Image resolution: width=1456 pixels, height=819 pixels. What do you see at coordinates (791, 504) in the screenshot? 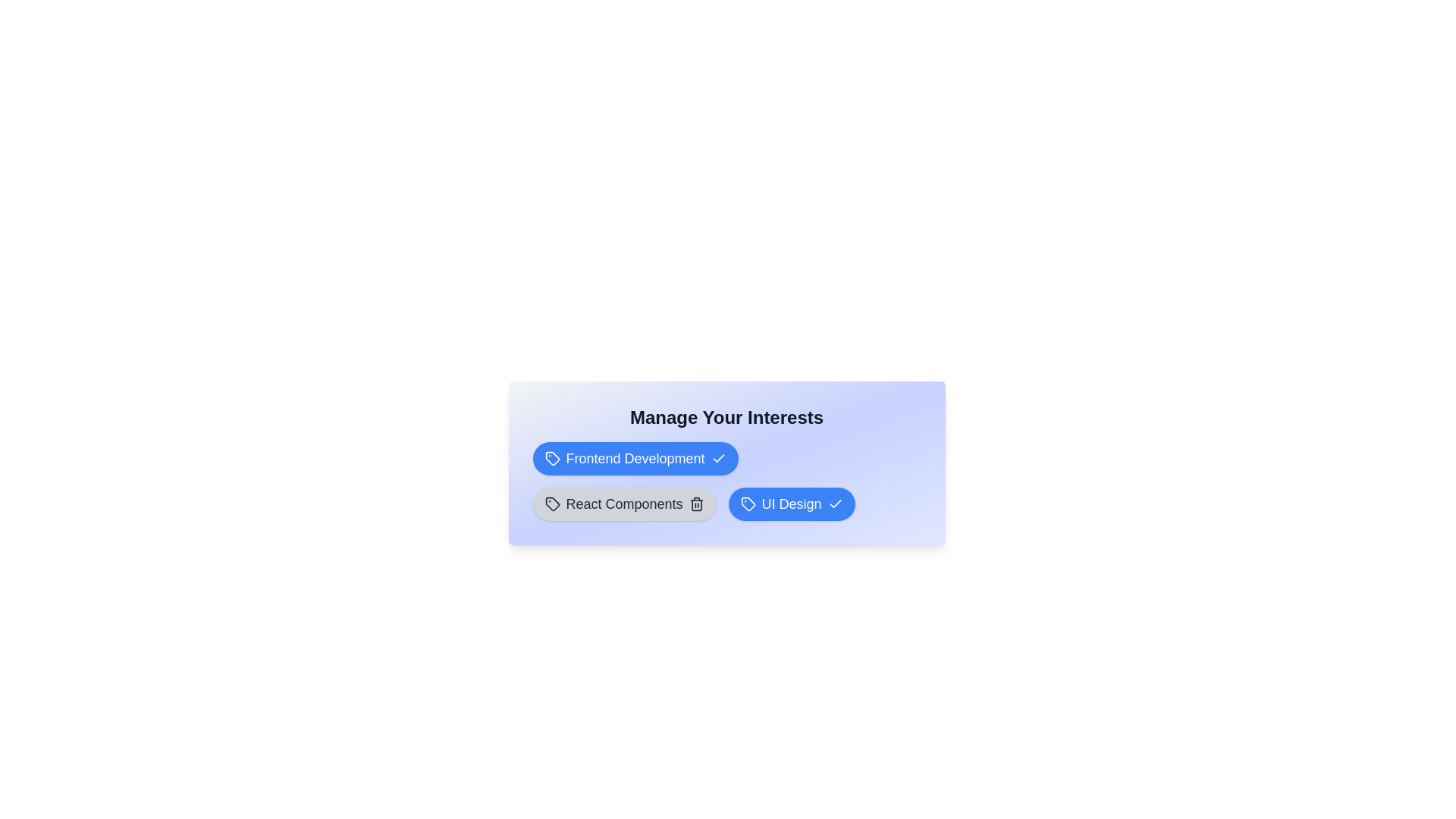
I see `the tag labeled 'UI Design'` at bounding box center [791, 504].